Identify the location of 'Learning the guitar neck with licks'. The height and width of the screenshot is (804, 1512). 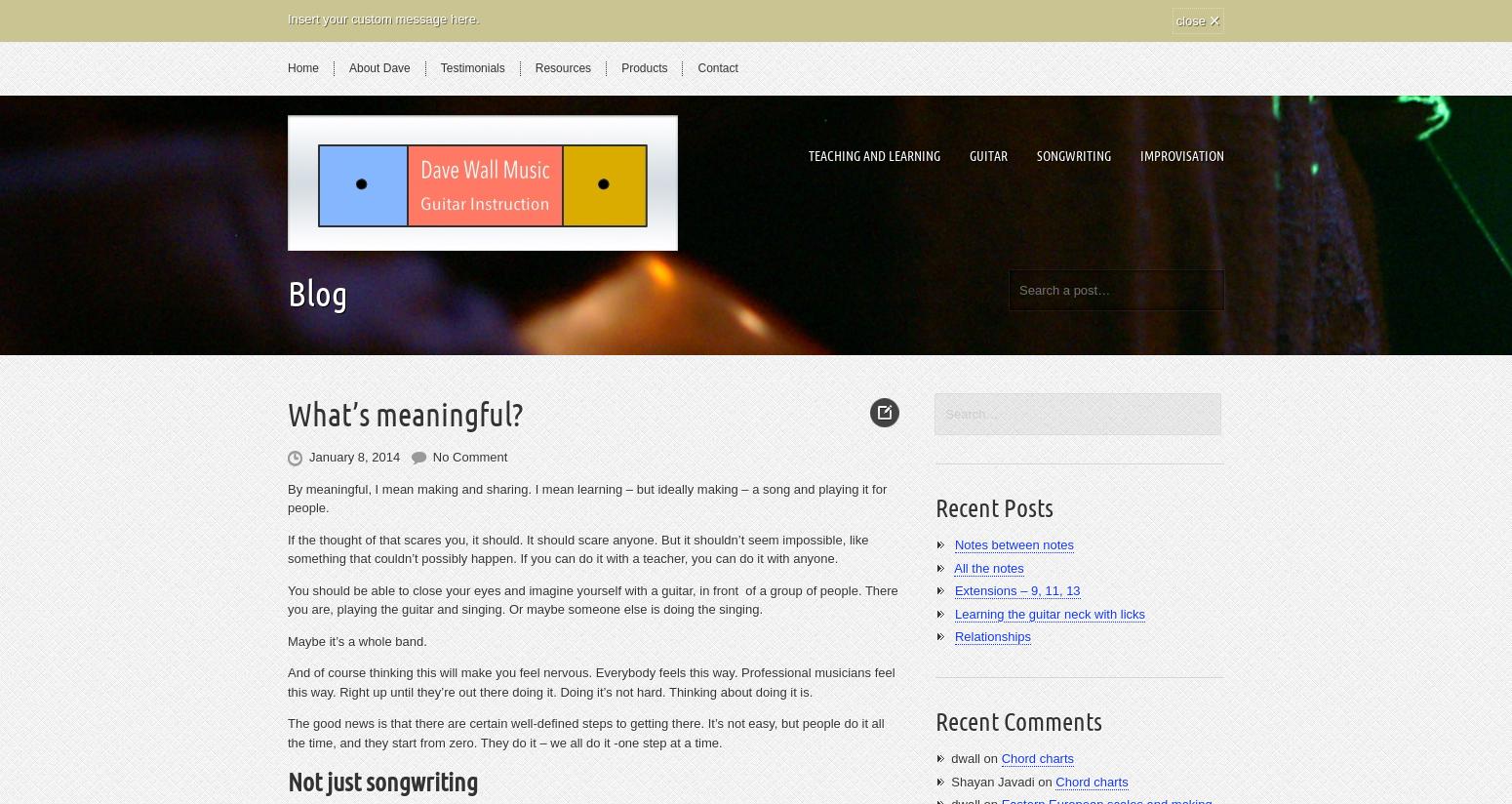
(1050, 612).